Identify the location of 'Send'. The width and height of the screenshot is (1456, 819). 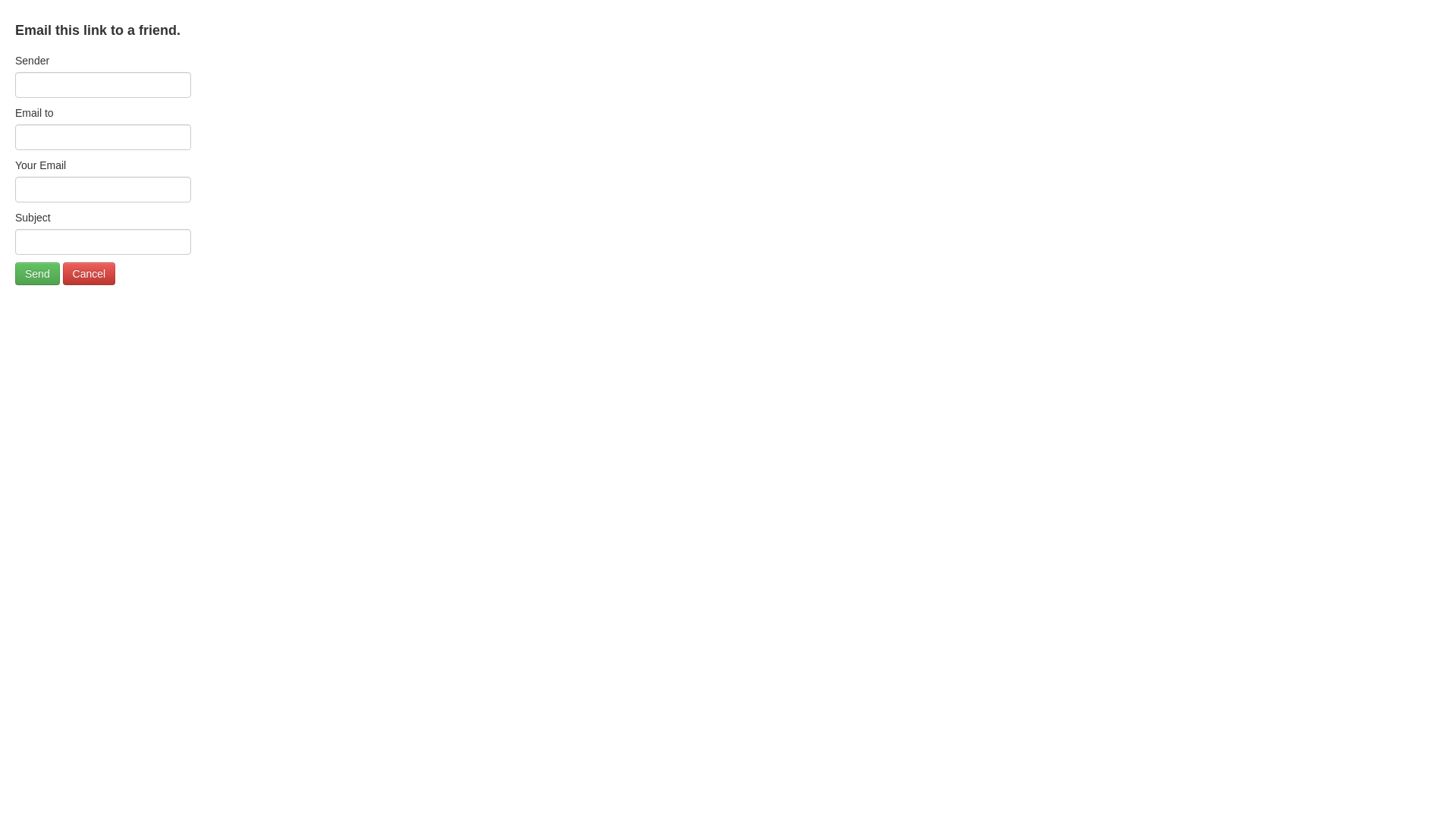
(37, 274).